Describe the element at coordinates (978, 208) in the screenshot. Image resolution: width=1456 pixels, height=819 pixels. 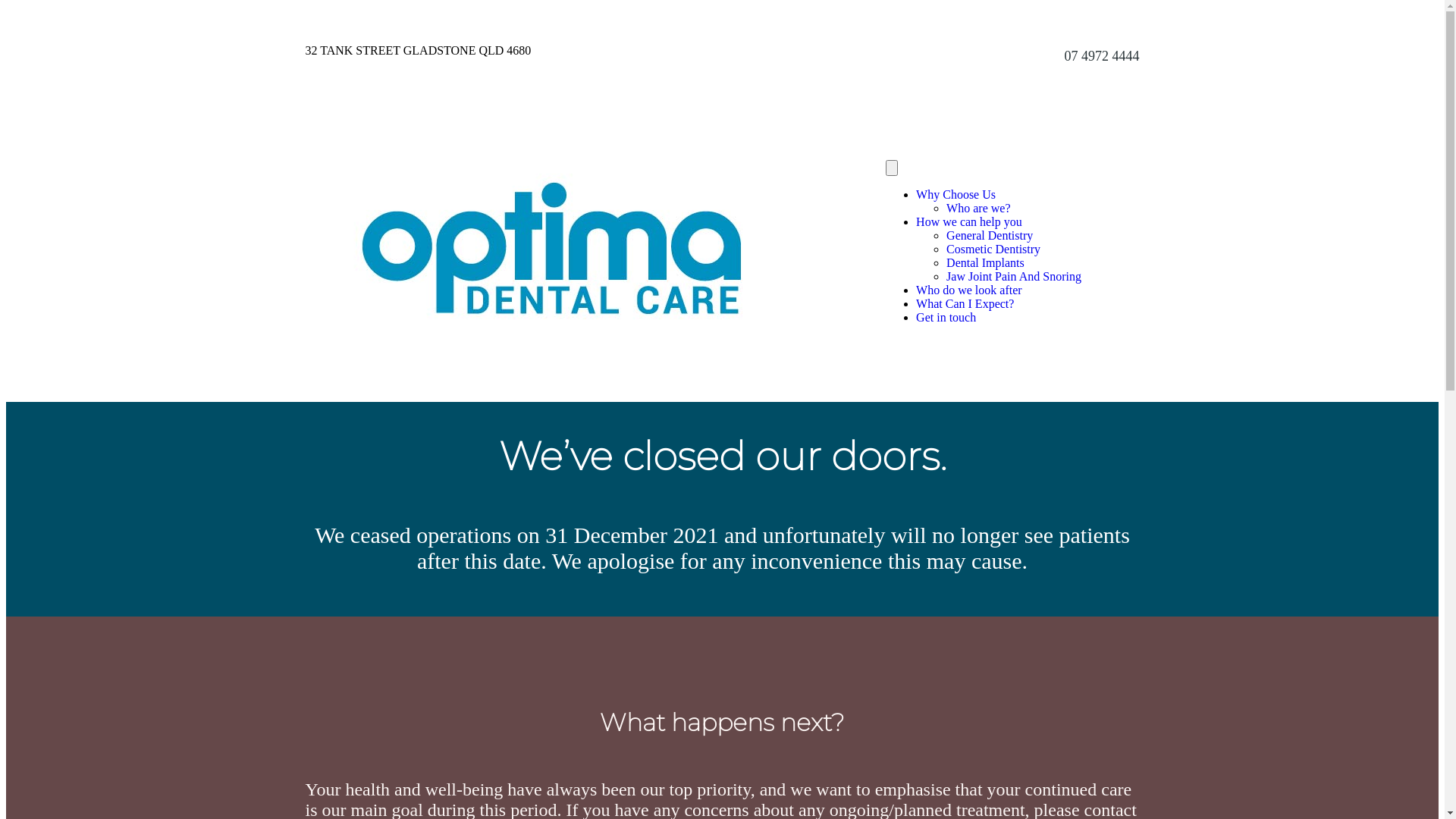
I see `'Who are we?'` at that location.